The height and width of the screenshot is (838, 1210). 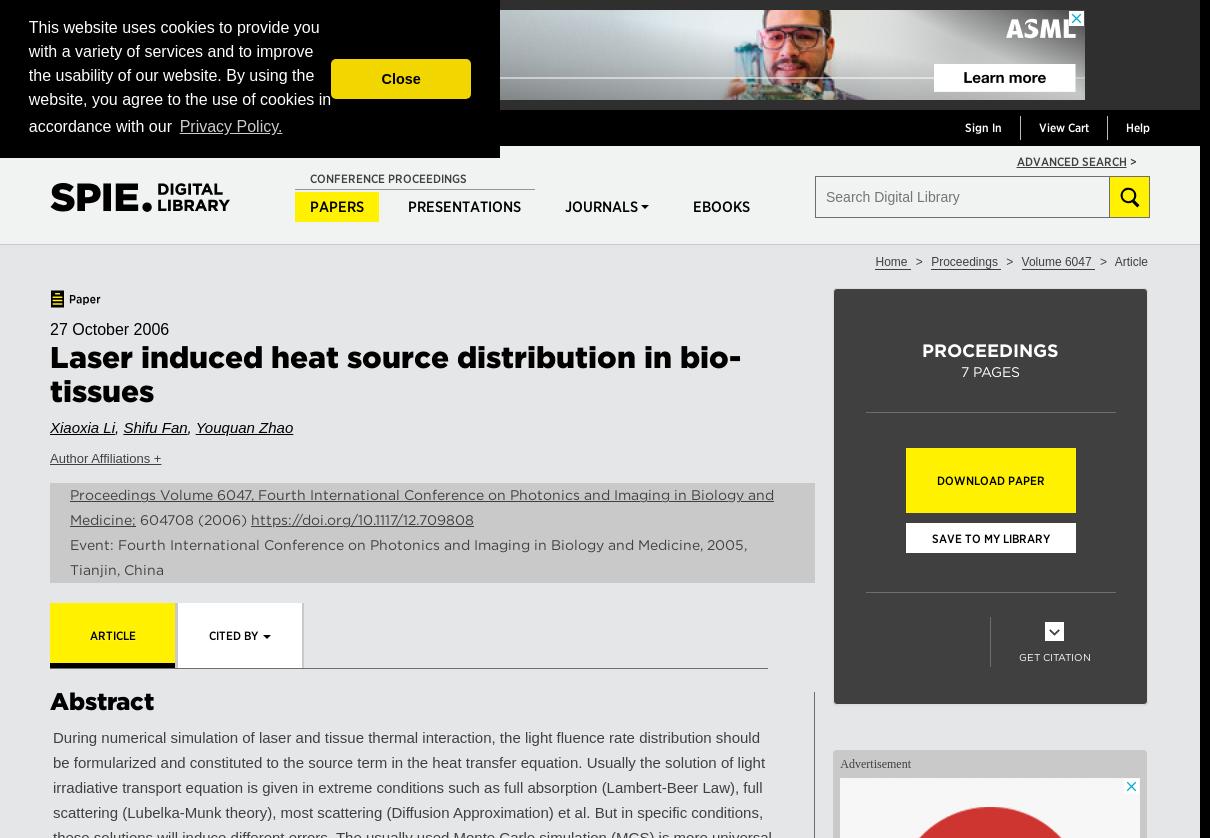 I want to click on 'Privacy Policy.', so click(x=229, y=126).